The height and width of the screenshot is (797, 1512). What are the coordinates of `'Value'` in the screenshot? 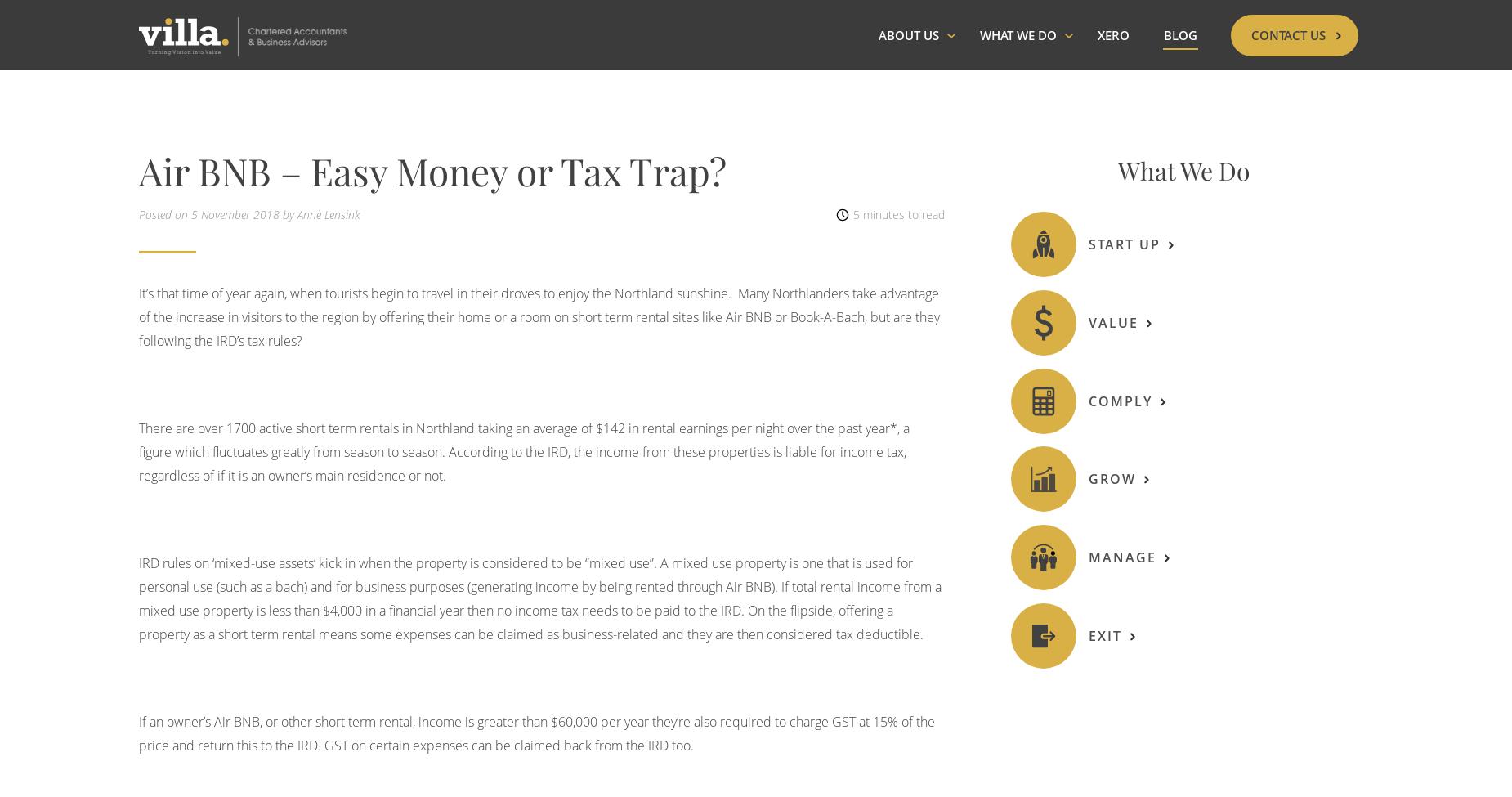 It's located at (1112, 321).